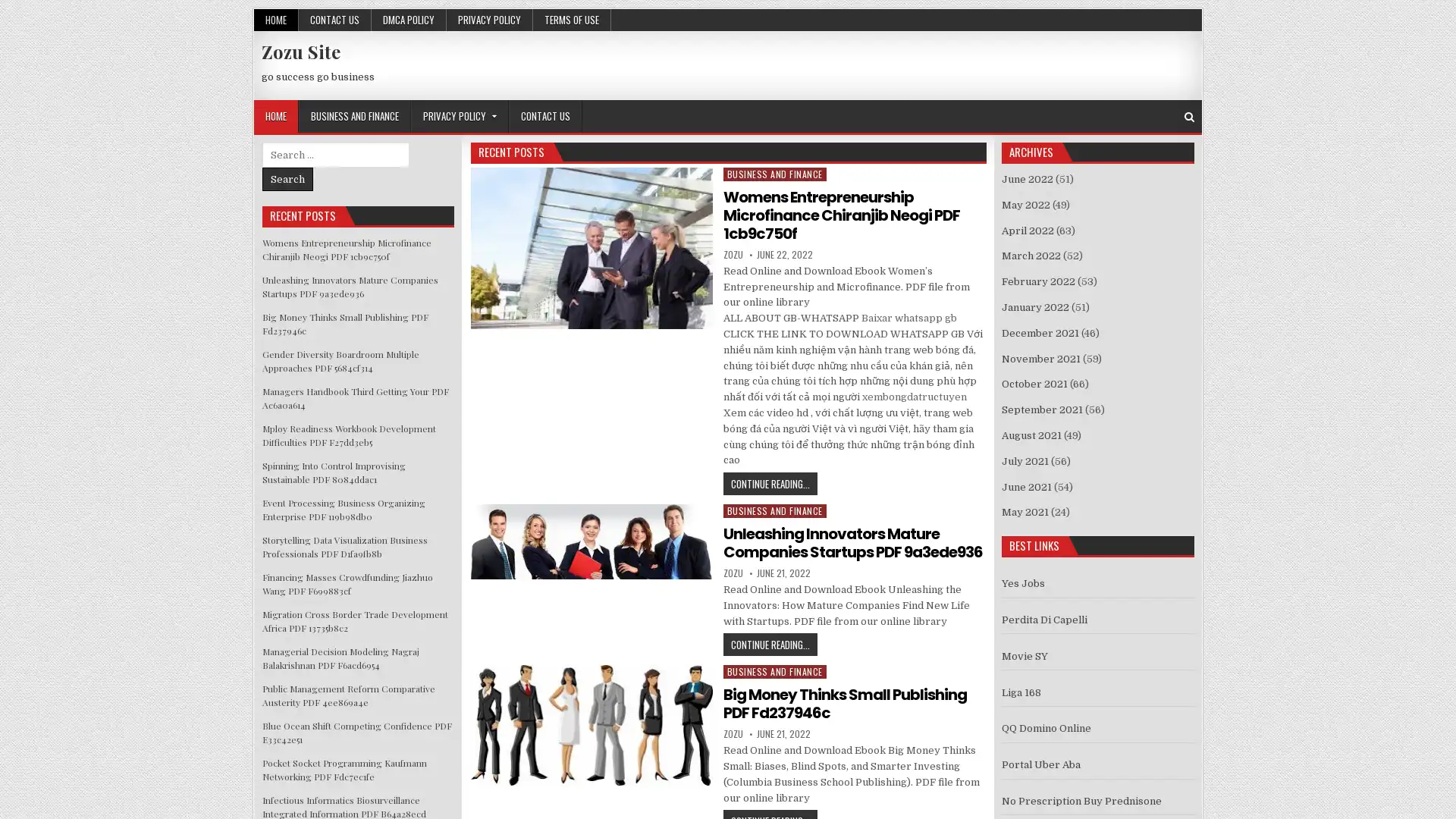  I want to click on Search, so click(287, 178).